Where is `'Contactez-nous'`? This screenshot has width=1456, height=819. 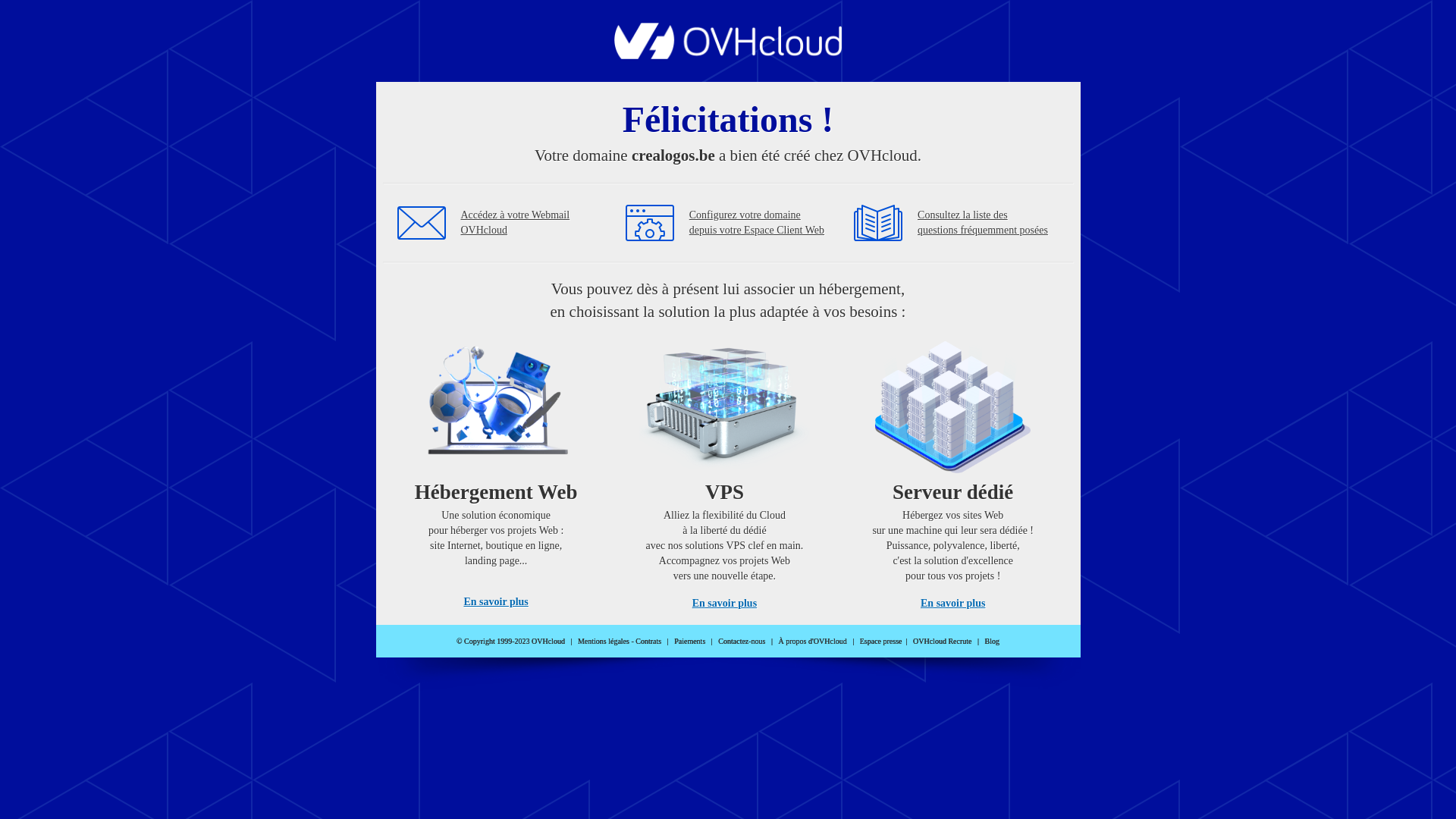
'Contactez-nous' is located at coordinates (742, 641).